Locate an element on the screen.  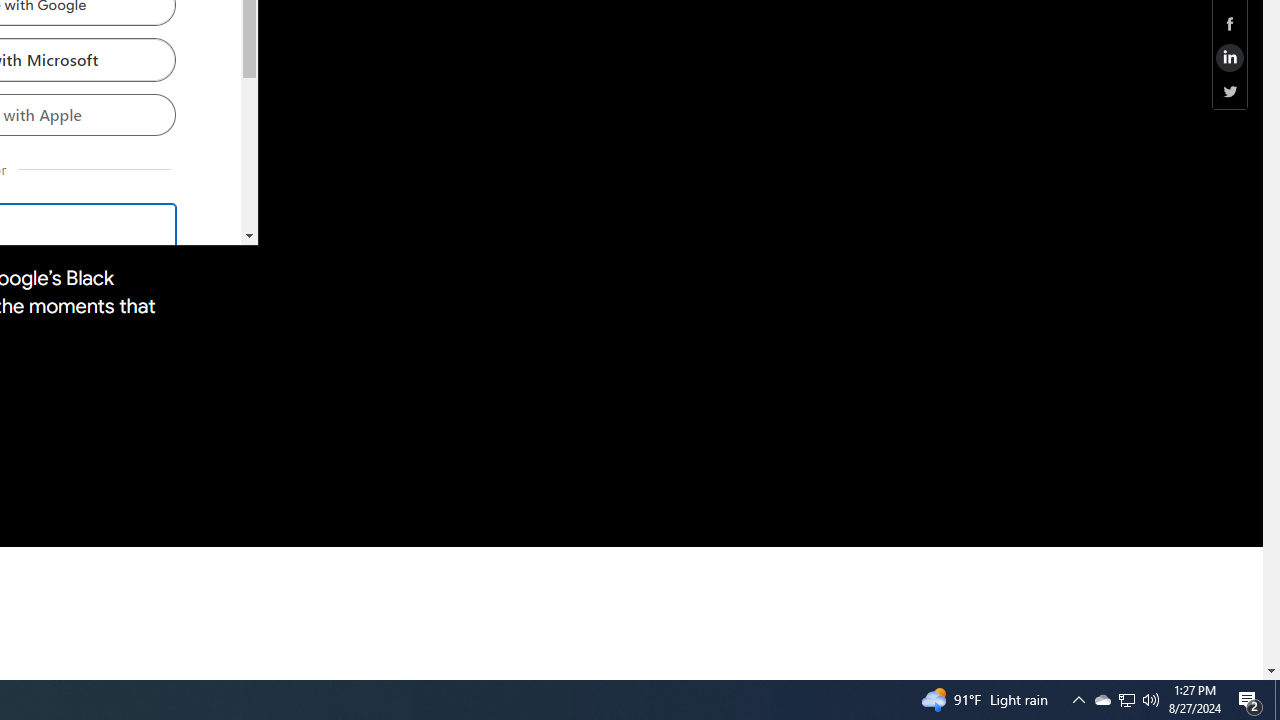
'Action Center, 2 new notifications' is located at coordinates (1250, 698).